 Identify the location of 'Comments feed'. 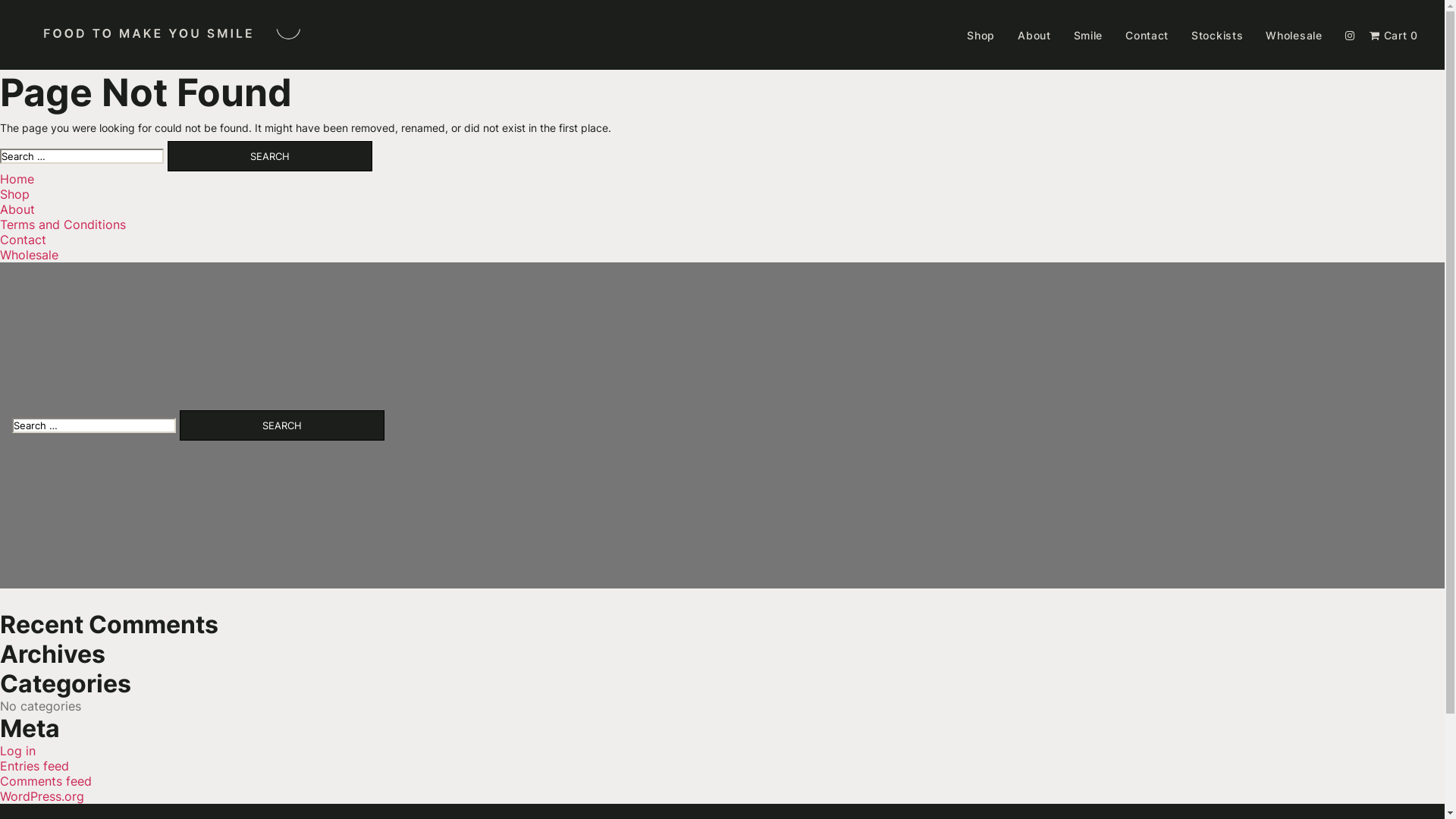
(0, 780).